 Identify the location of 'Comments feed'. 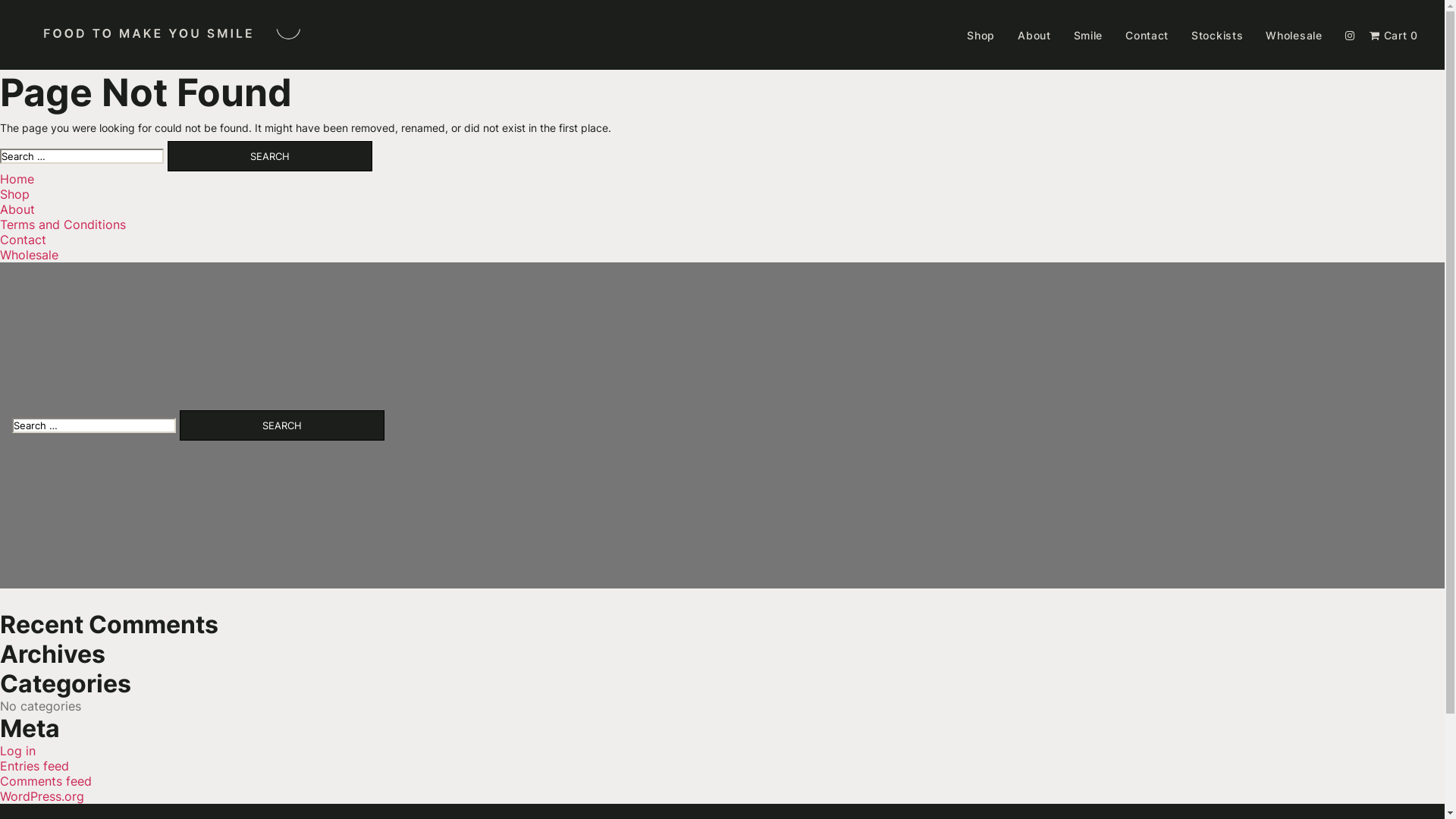
(0, 780).